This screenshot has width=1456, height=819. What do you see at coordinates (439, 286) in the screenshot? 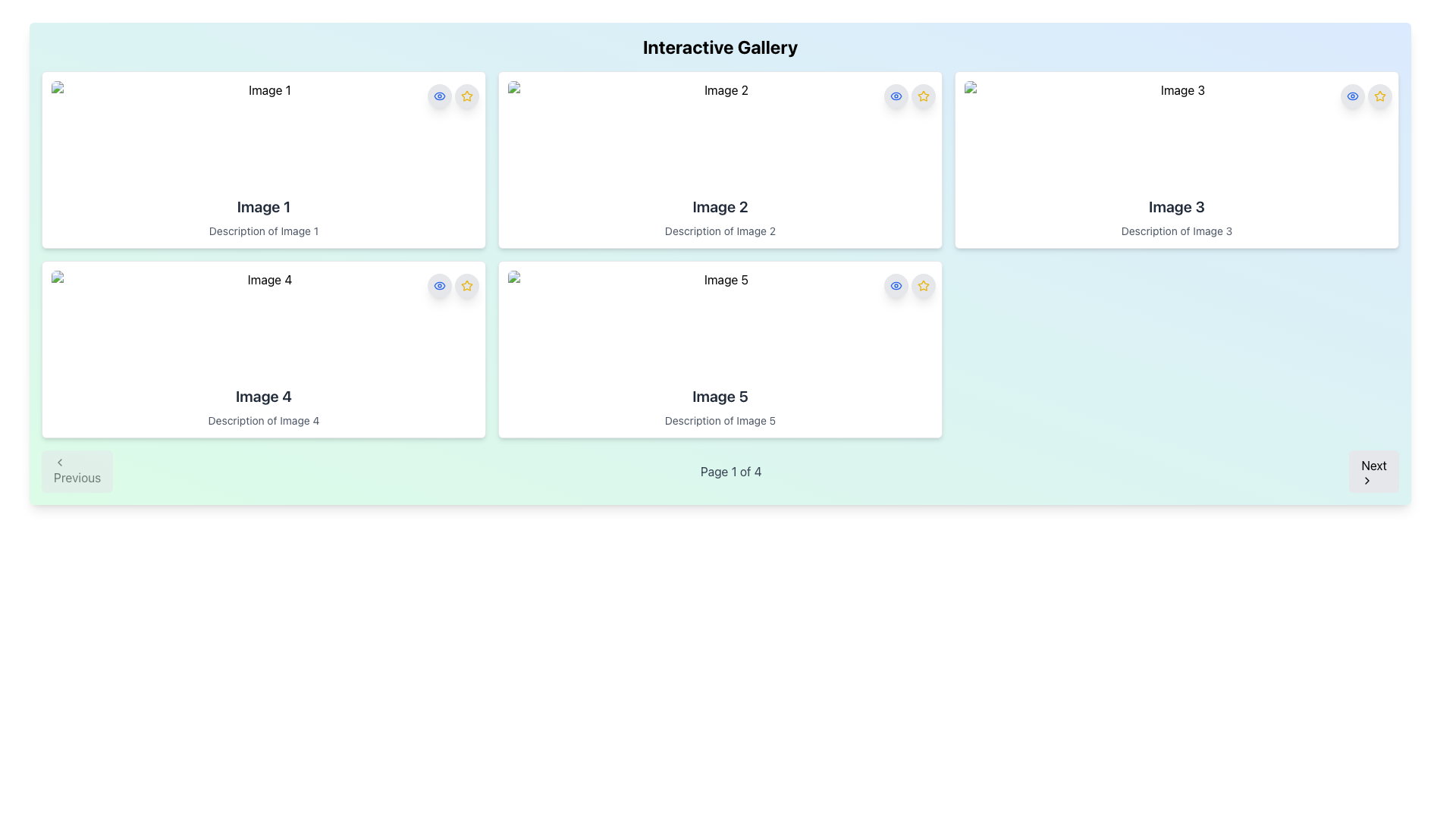
I see `the interactive icon located in the top-right corner of the 'Image 1' tile` at bounding box center [439, 286].